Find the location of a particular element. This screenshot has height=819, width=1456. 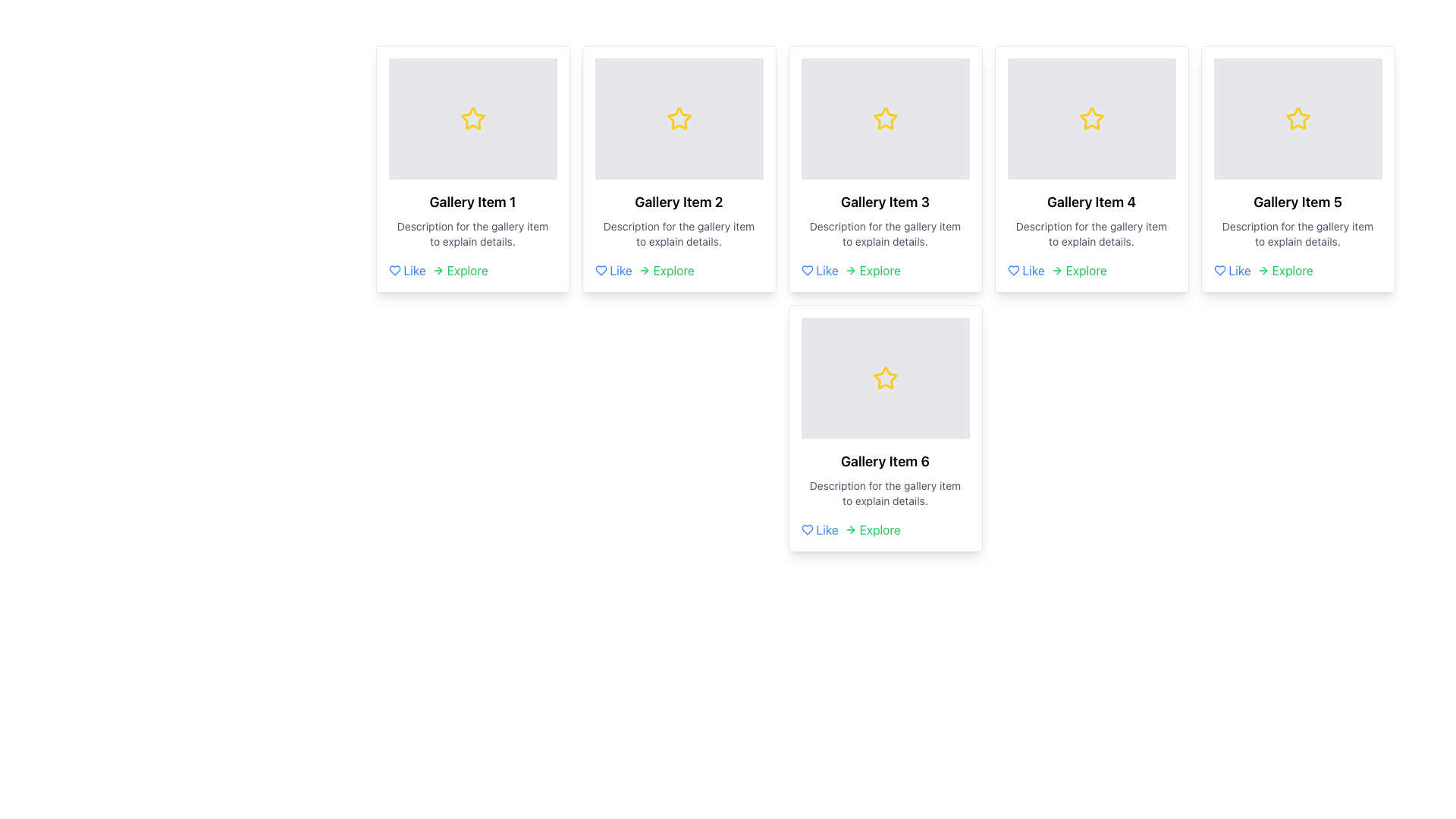

the 'Explore' text element, which is styled with green text and accompanied by a right-pointing arrow icon, located in the lower section of the 'Gallery Item 4' panel is located at coordinates (1090, 270).